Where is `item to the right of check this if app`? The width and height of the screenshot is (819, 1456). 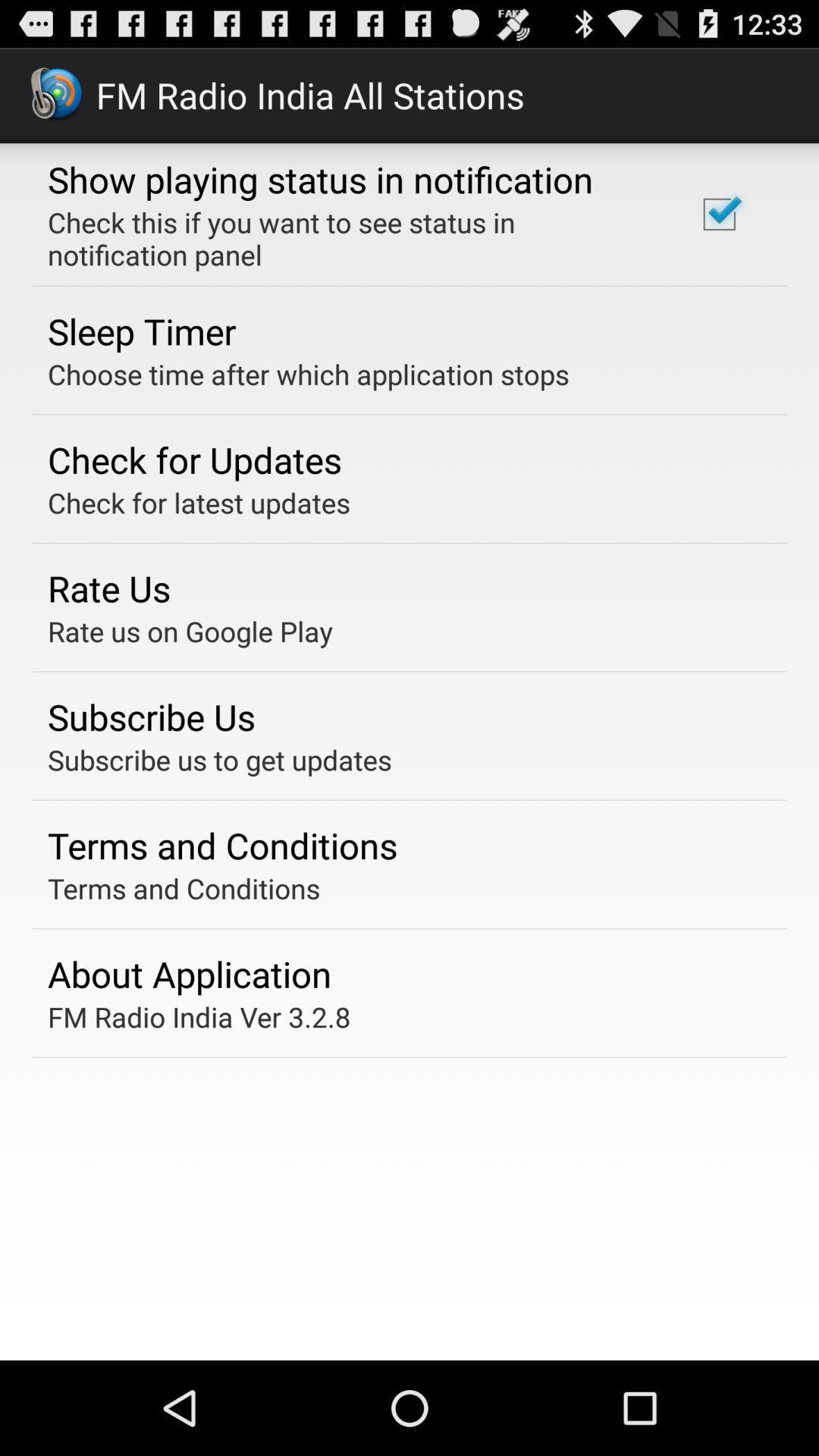
item to the right of check this if app is located at coordinates (718, 213).